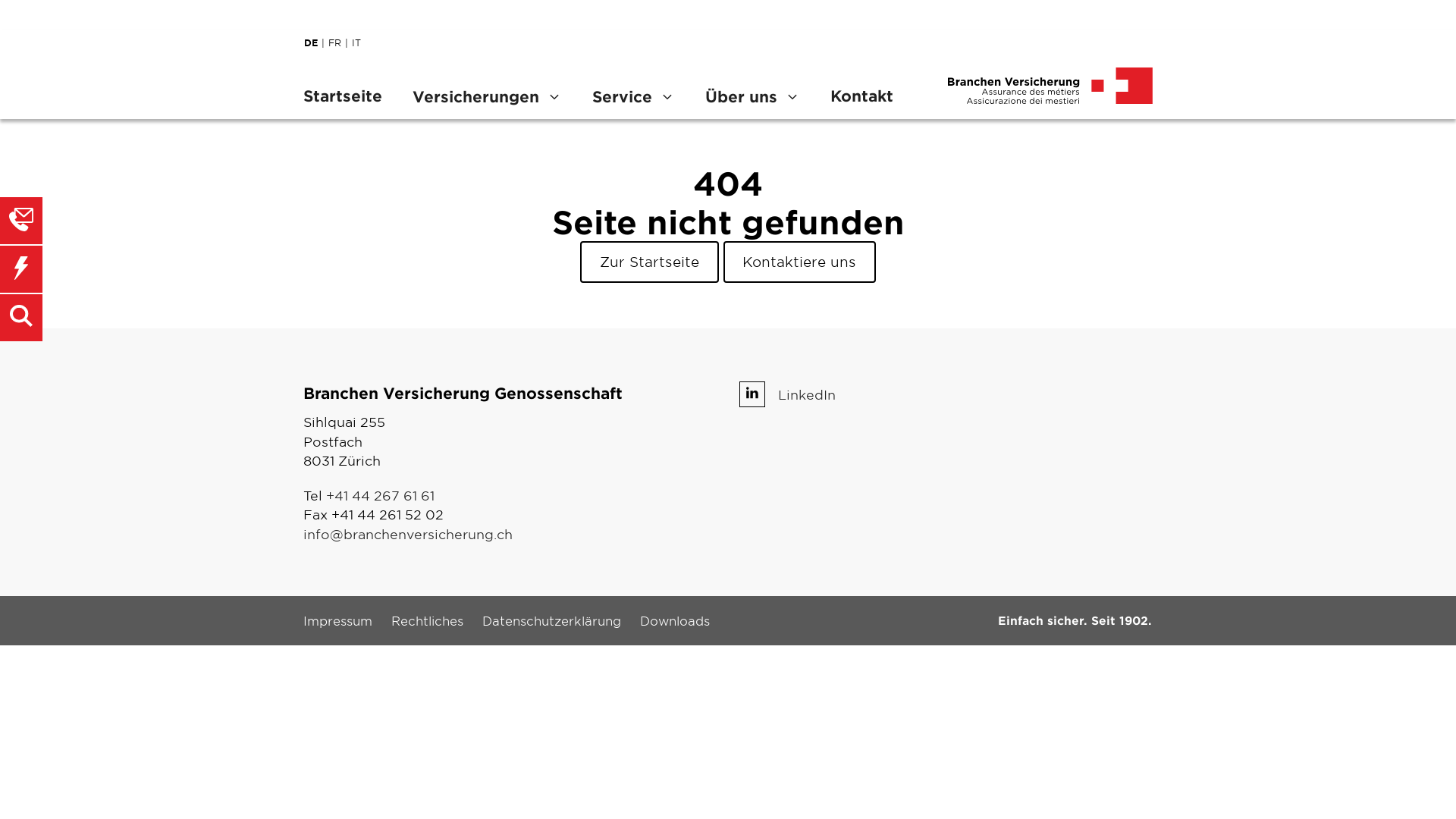 This screenshot has height=819, width=1456. I want to click on 'Versicherungen', so click(397, 96).